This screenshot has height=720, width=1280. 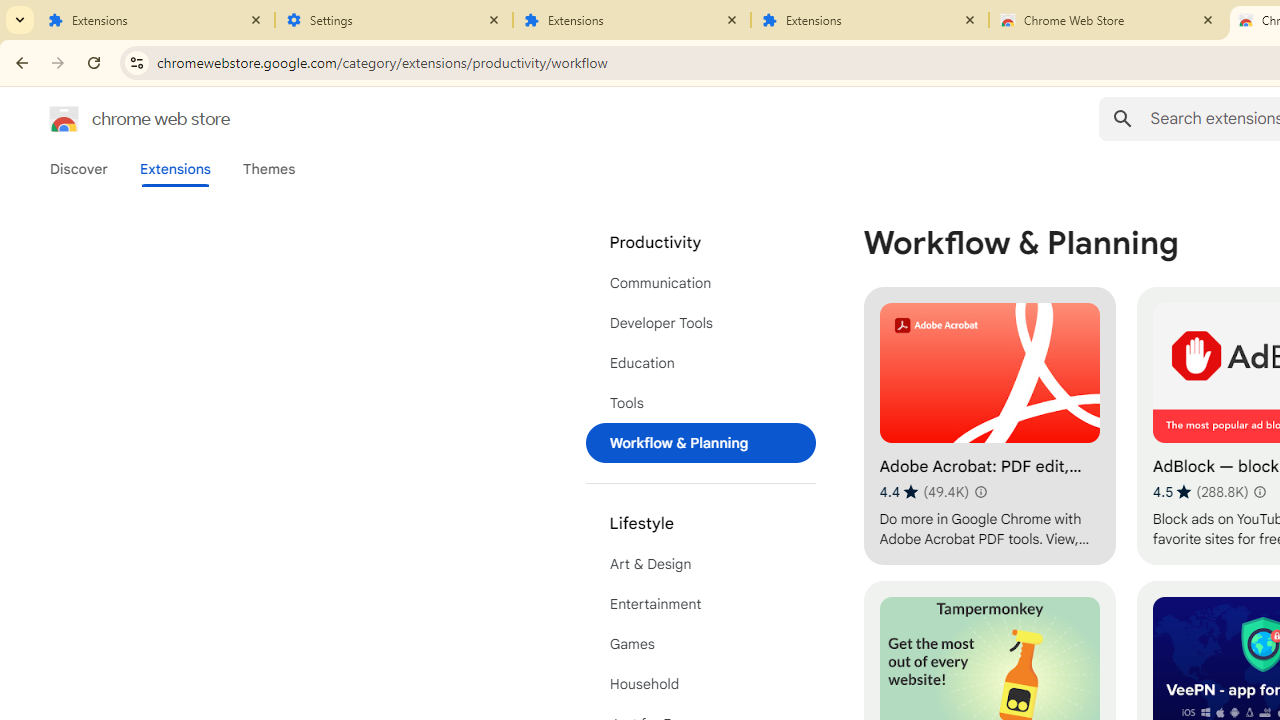 I want to click on 'Education', so click(x=700, y=362).